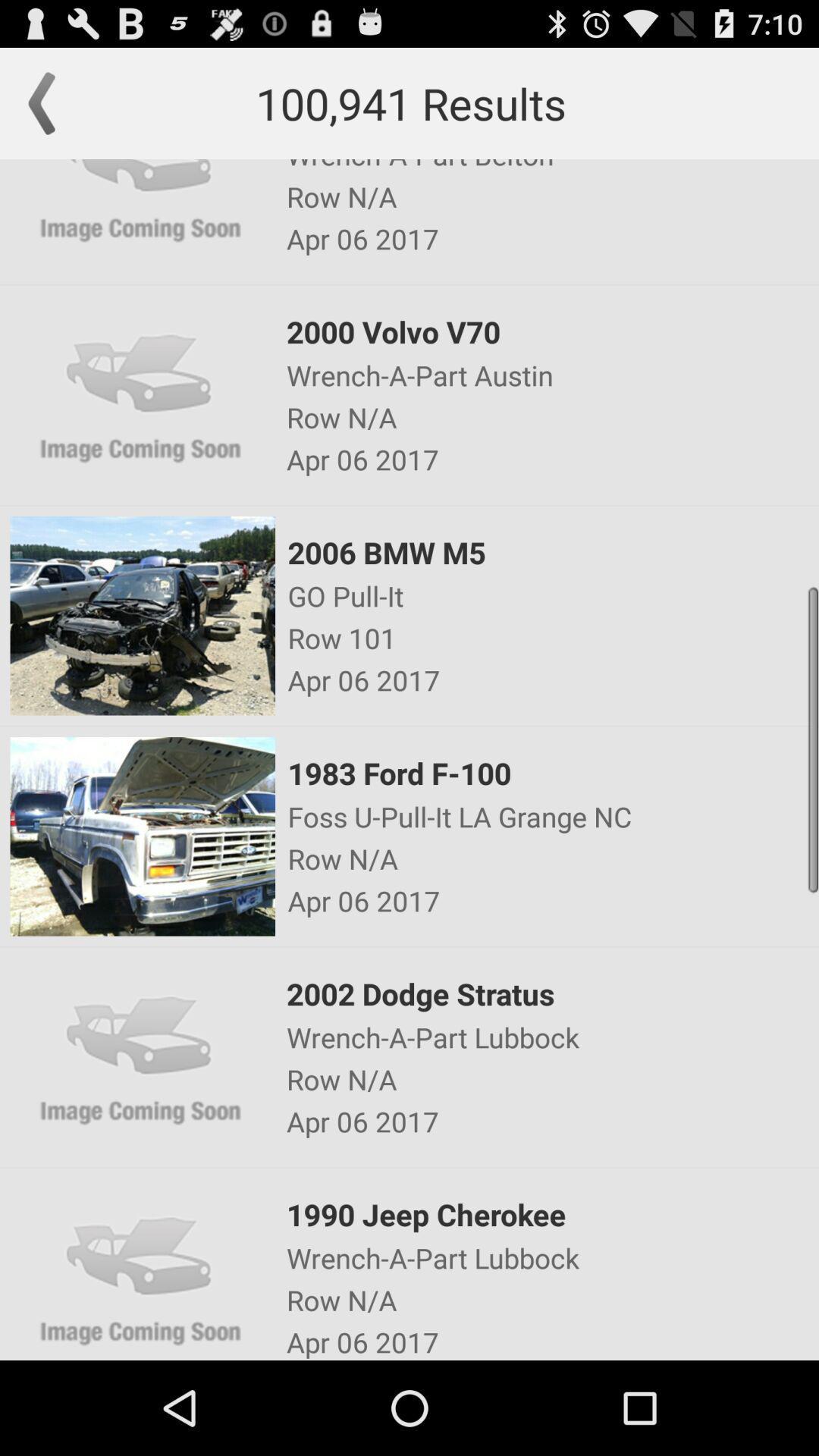 This screenshot has width=819, height=1456. Describe the element at coordinates (552, 551) in the screenshot. I see `the 2006 bmw m5 icon` at that location.